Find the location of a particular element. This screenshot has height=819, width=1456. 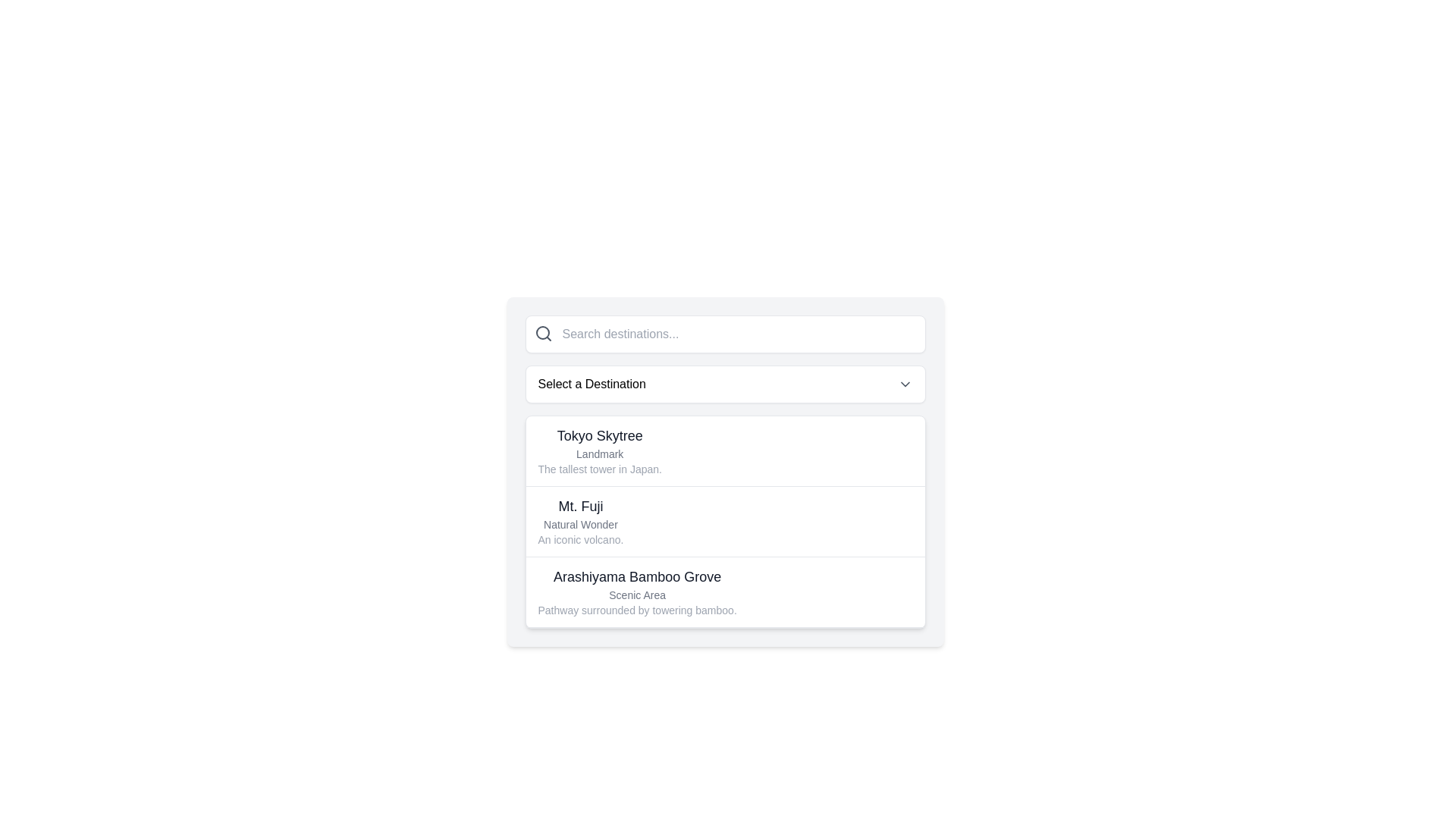

to select the destination 'Arashiyama Bamboo Grove' from the dropdown list, which is the third option after 'Tokyo Skytree' and 'Mt. Fuji' is located at coordinates (637, 591).